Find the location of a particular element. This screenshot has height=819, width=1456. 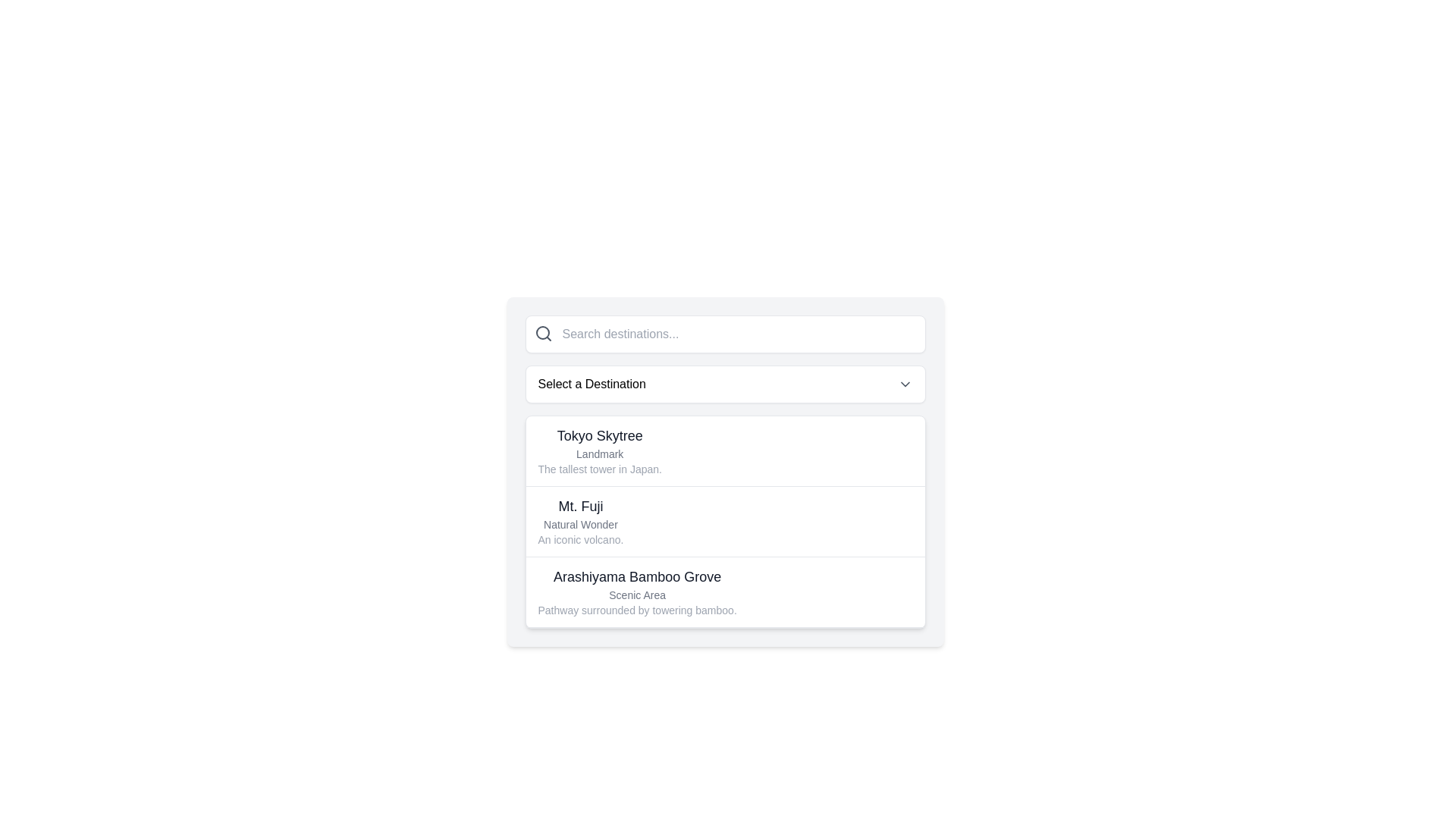

to select the destination 'Arashiyama Bamboo Grove' from the dropdown list, which is the third option after 'Tokyo Skytree' and 'Mt. Fuji' is located at coordinates (637, 591).